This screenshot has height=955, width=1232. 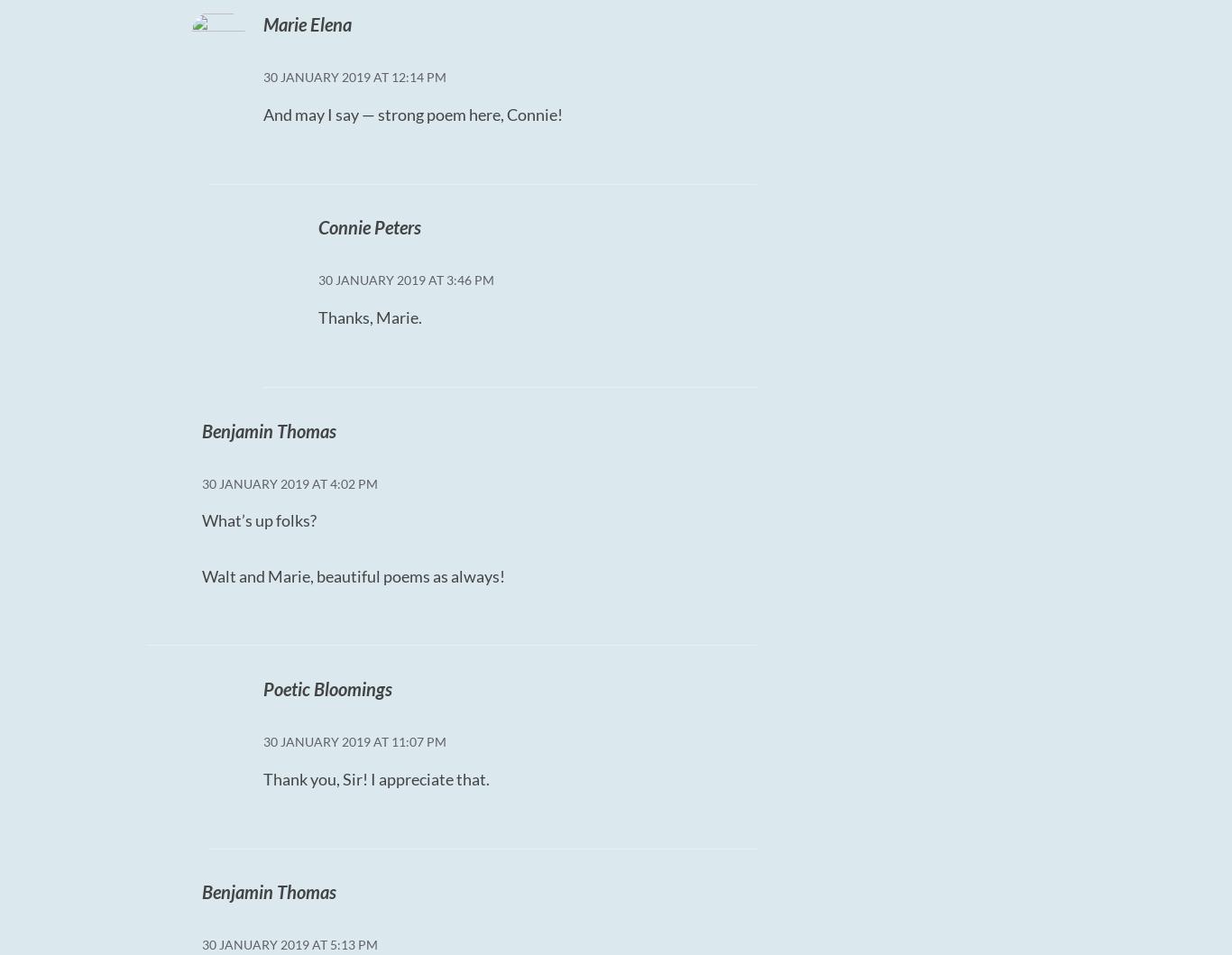 What do you see at coordinates (326, 687) in the screenshot?
I see `'Poetic Bloomings'` at bounding box center [326, 687].